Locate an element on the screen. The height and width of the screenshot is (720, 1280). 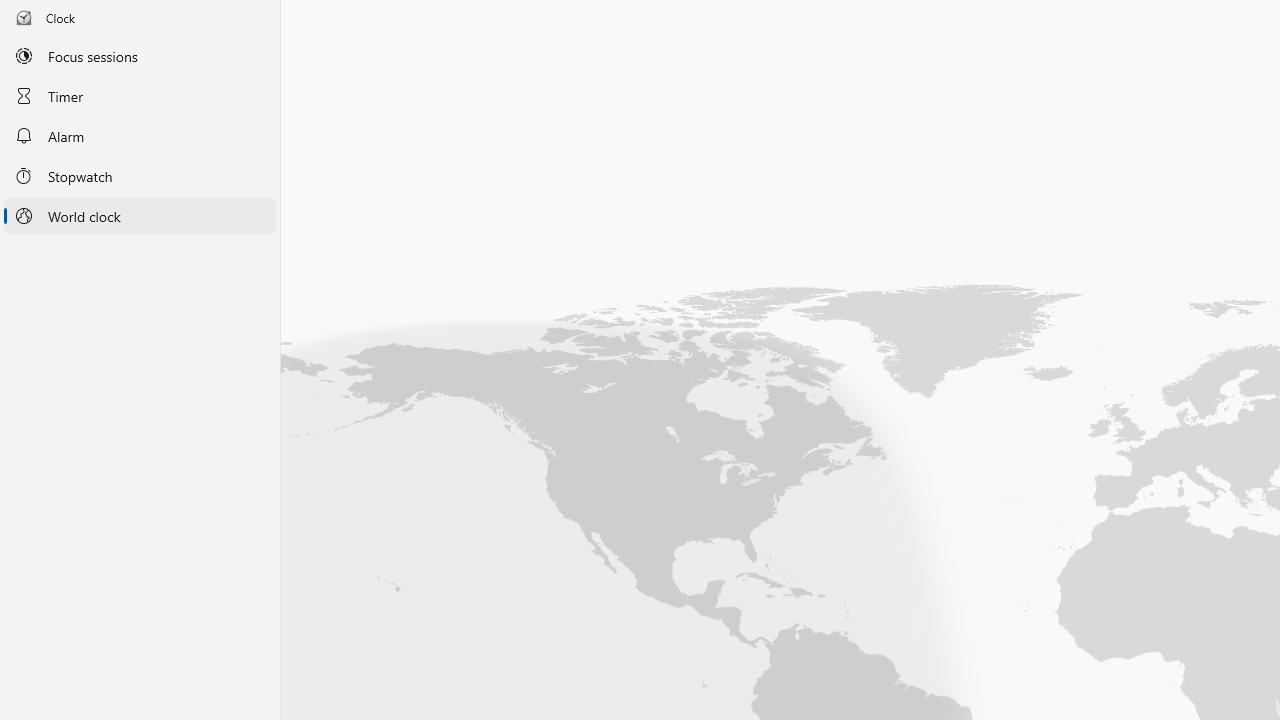
'Timer' is located at coordinates (139, 95).